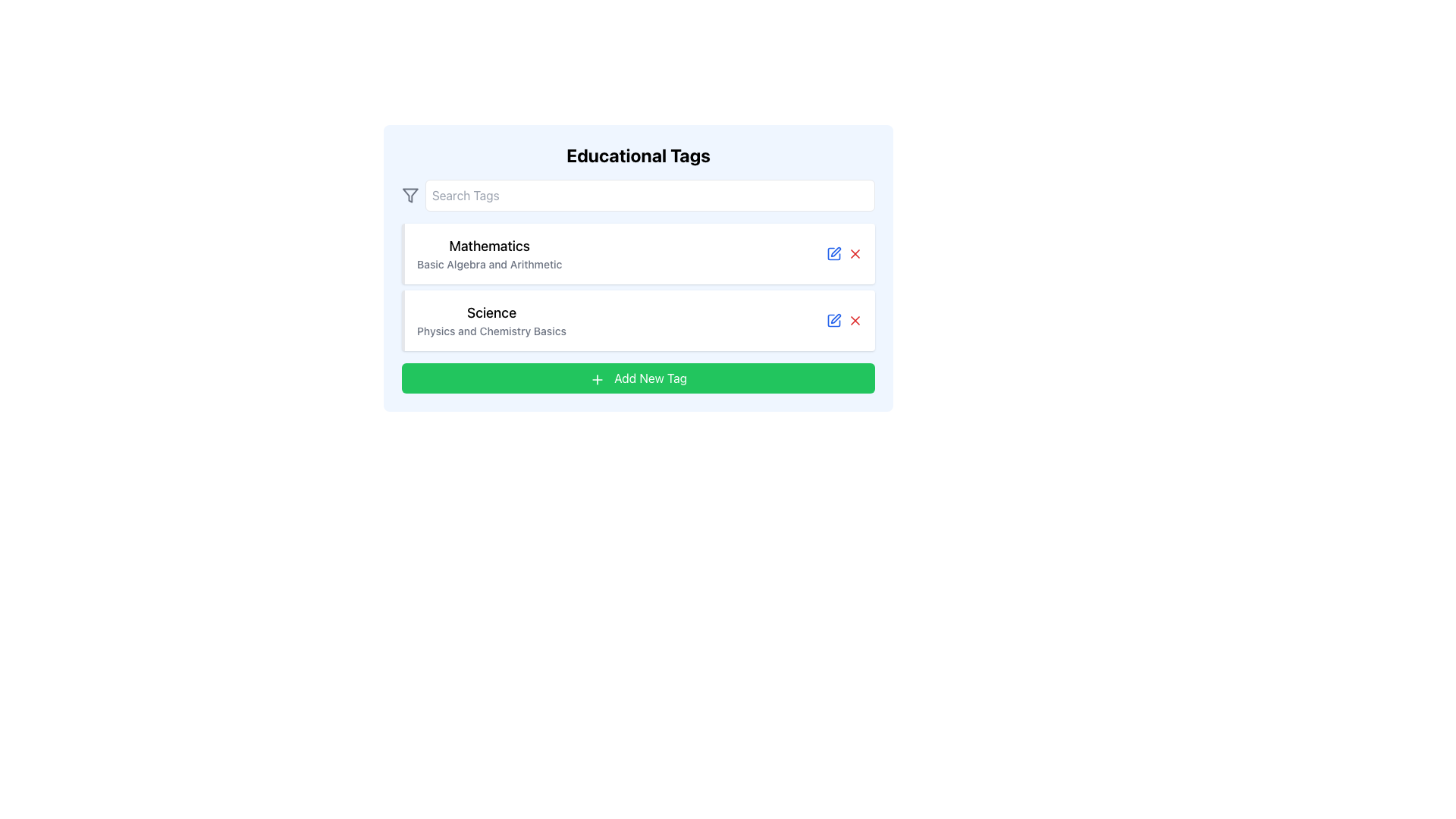 The height and width of the screenshot is (819, 1456). What do you see at coordinates (835, 318) in the screenshot?
I see `the Edit action icon, which is a pen overlapping a square, located adjacent to the delete button on the right side of the 'Science' tag row` at bounding box center [835, 318].